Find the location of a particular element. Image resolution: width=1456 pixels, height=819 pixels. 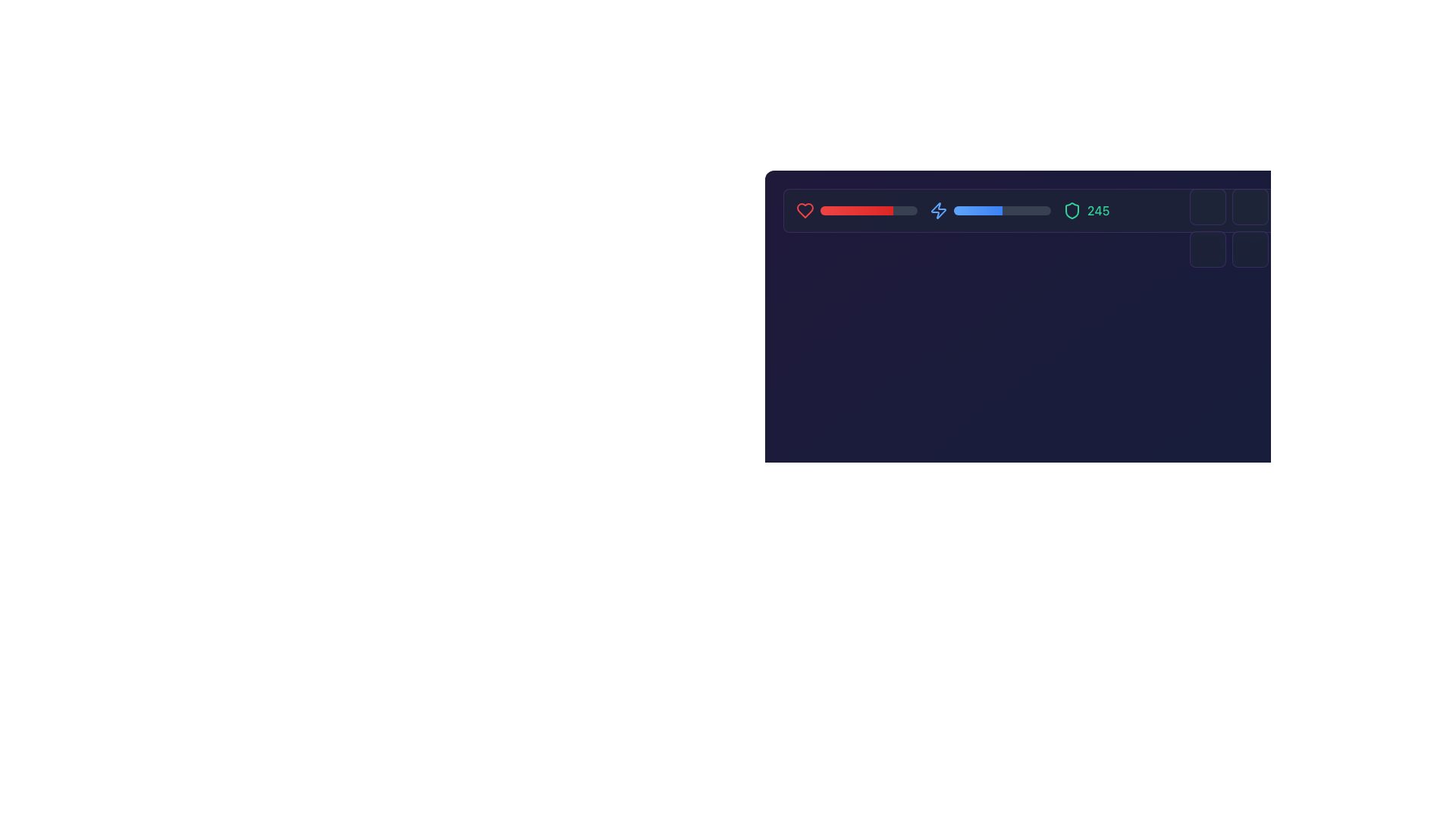

the button located in the second row and first column of a 4x2 grid arrangement, positioned at the top right corner of the interface is located at coordinates (1207, 248).